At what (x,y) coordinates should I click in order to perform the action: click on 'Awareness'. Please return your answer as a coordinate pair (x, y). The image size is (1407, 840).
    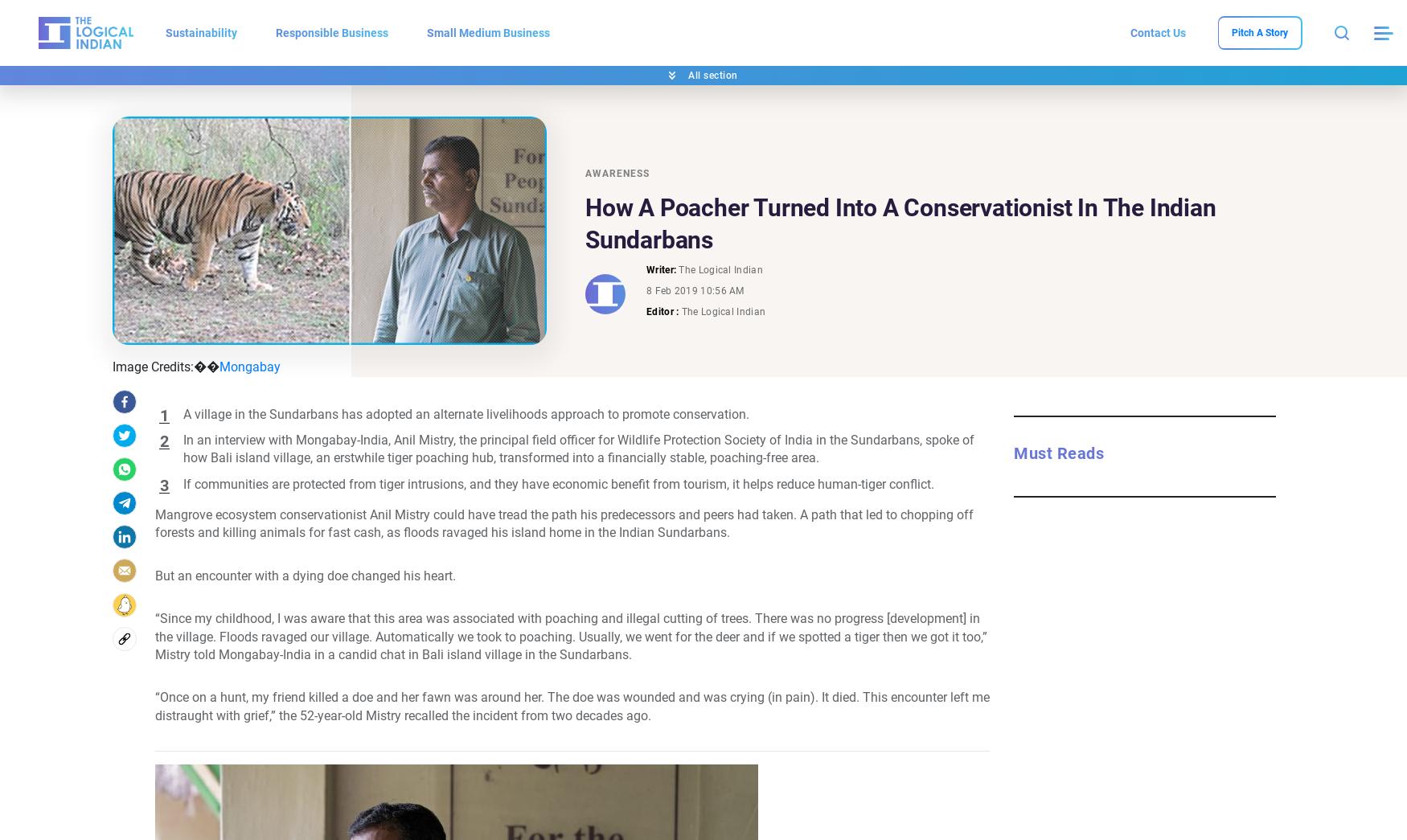
    Looking at the image, I should click on (617, 172).